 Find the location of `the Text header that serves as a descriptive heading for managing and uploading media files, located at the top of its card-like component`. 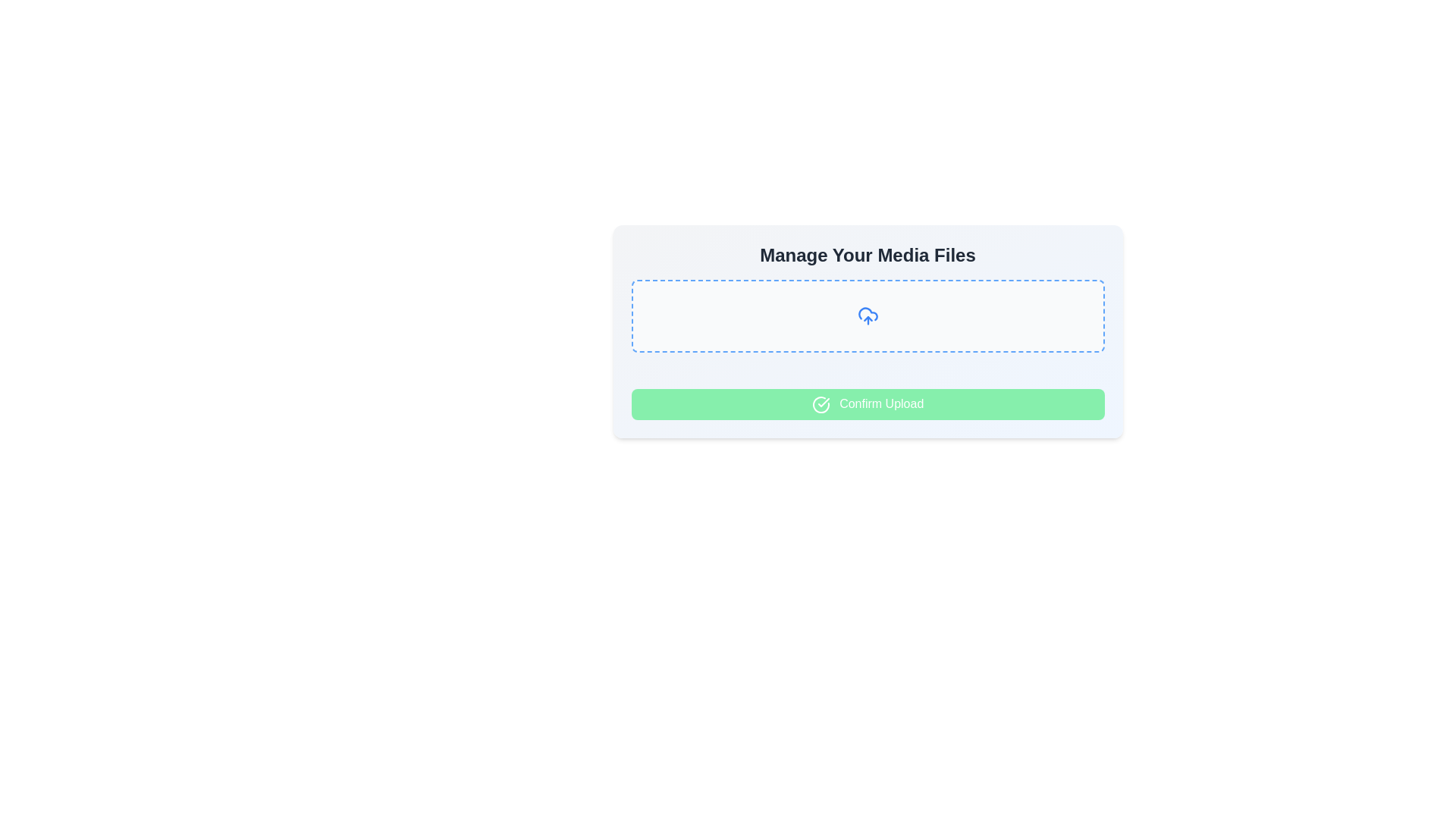

the Text header that serves as a descriptive heading for managing and uploading media files, located at the top of its card-like component is located at coordinates (868, 254).